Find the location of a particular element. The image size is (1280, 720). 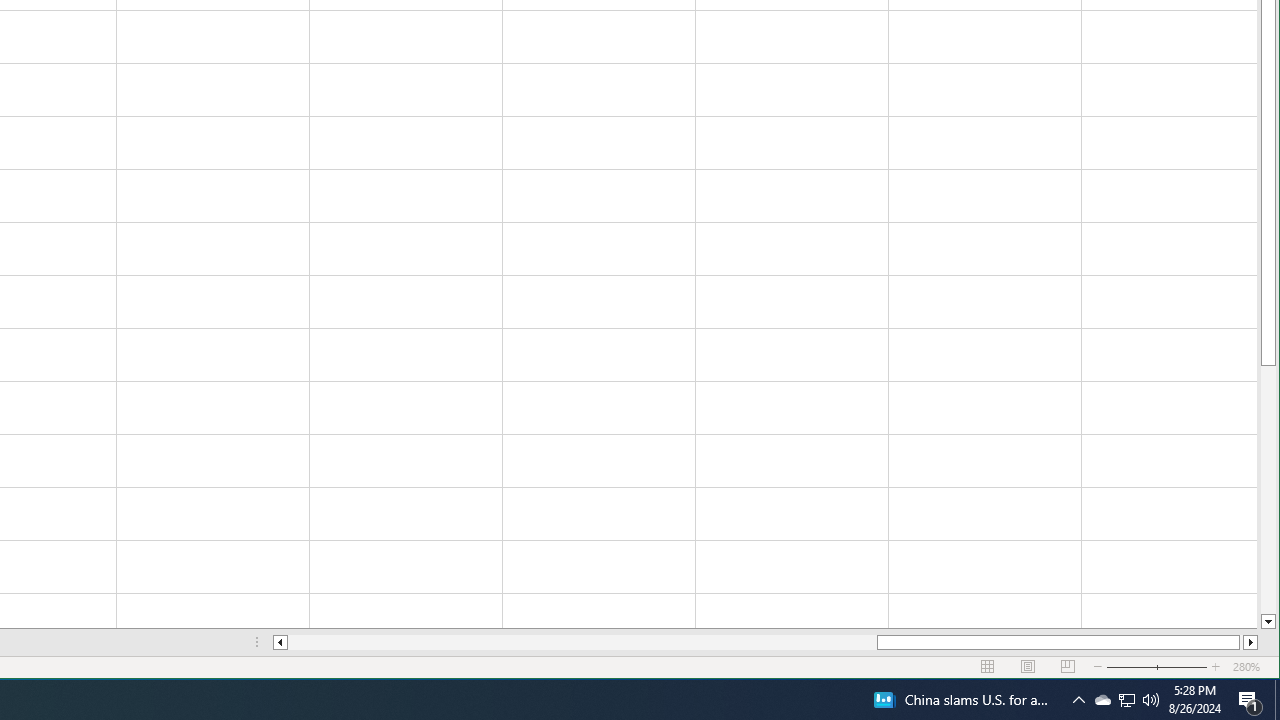

'Zoom In' is located at coordinates (1215, 667).